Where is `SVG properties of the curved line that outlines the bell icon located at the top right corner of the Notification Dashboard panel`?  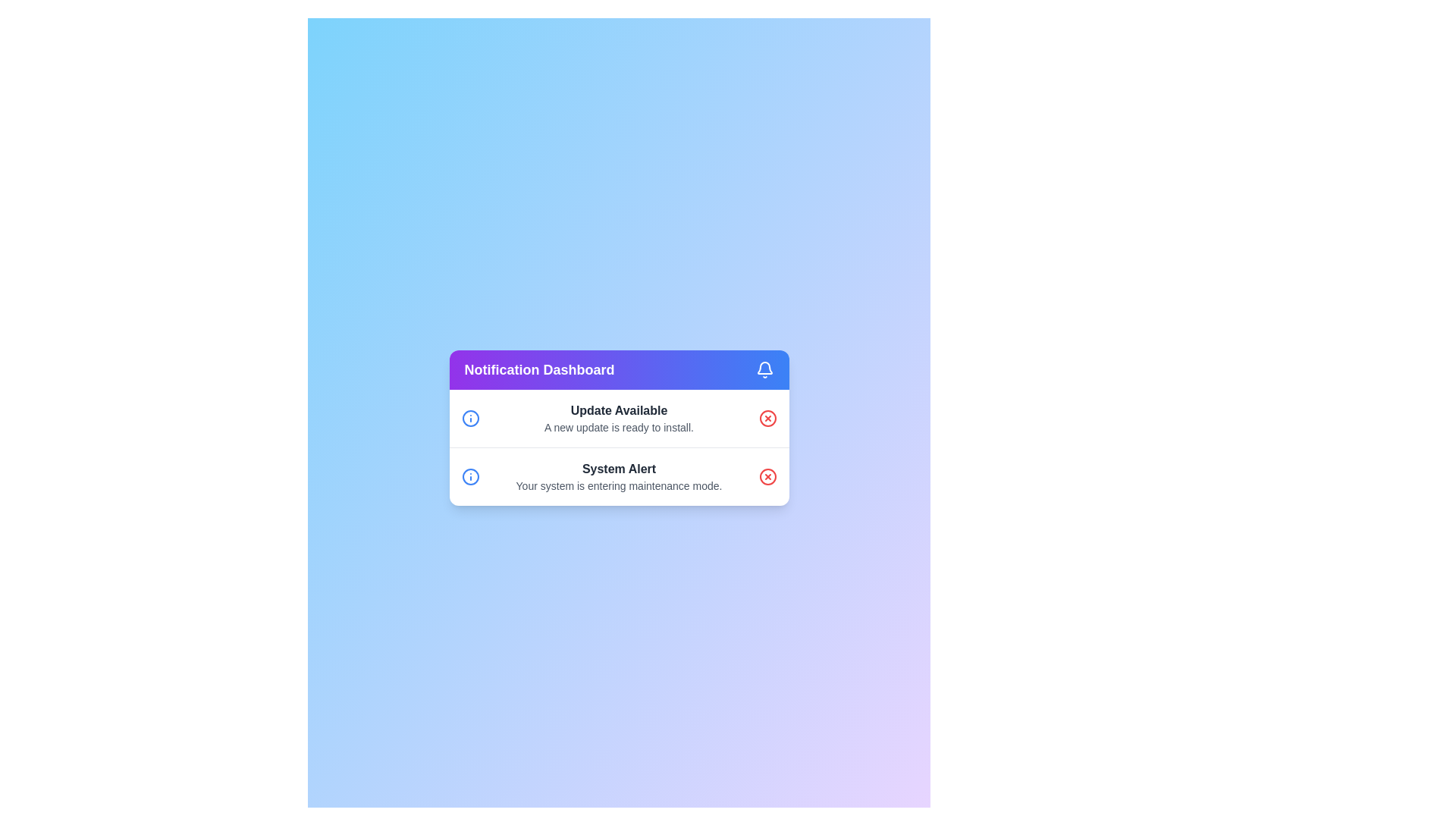 SVG properties of the curved line that outlines the bell icon located at the top right corner of the Notification Dashboard panel is located at coordinates (764, 368).